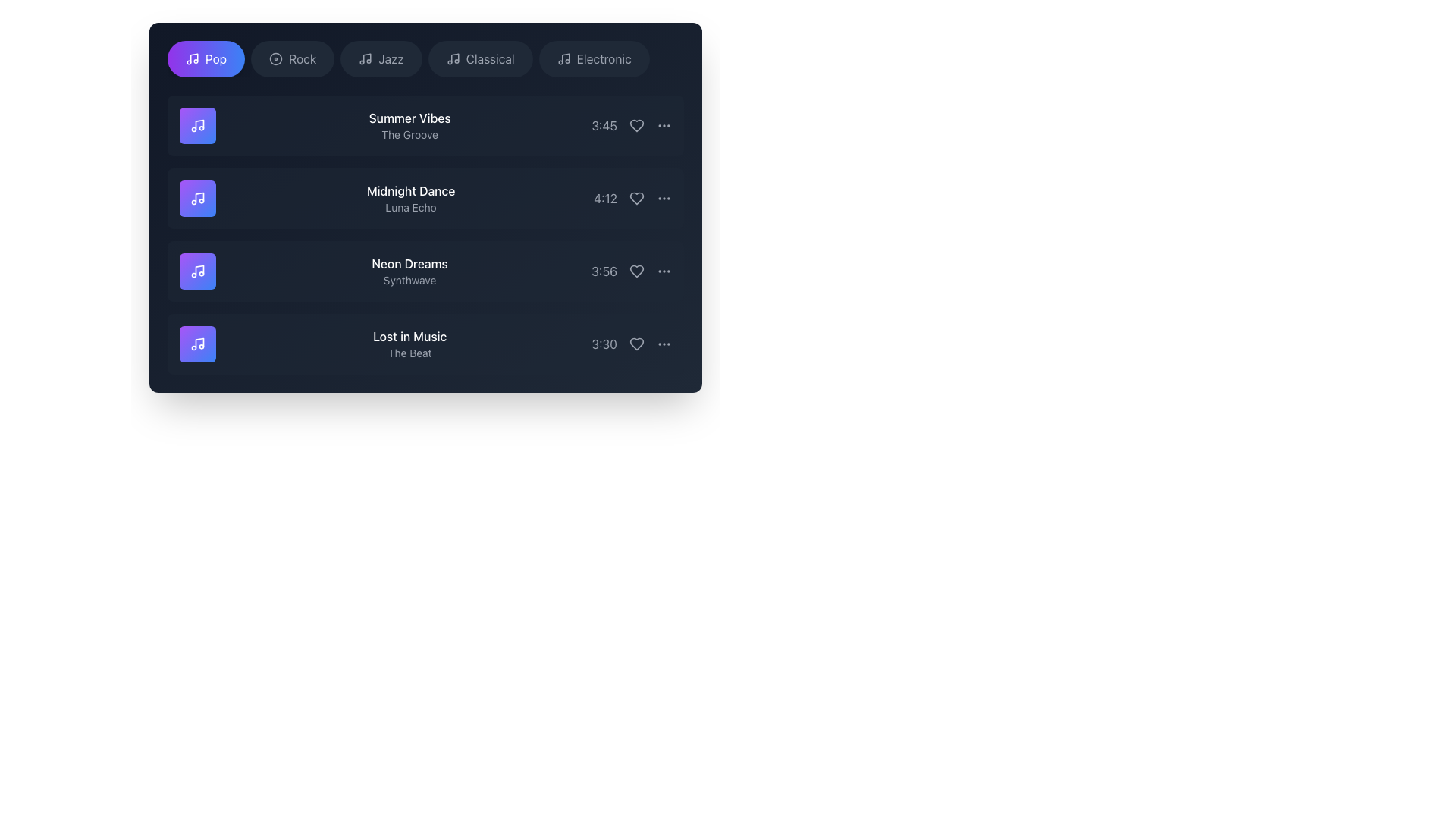 The width and height of the screenshot is (1456, 819). Describe the element at coordinates (637, 344) in the screenshot. I see `the heart icon button located as the second icon from the right in the 'Lost in Music' row to trigger the hover effects` at that location.